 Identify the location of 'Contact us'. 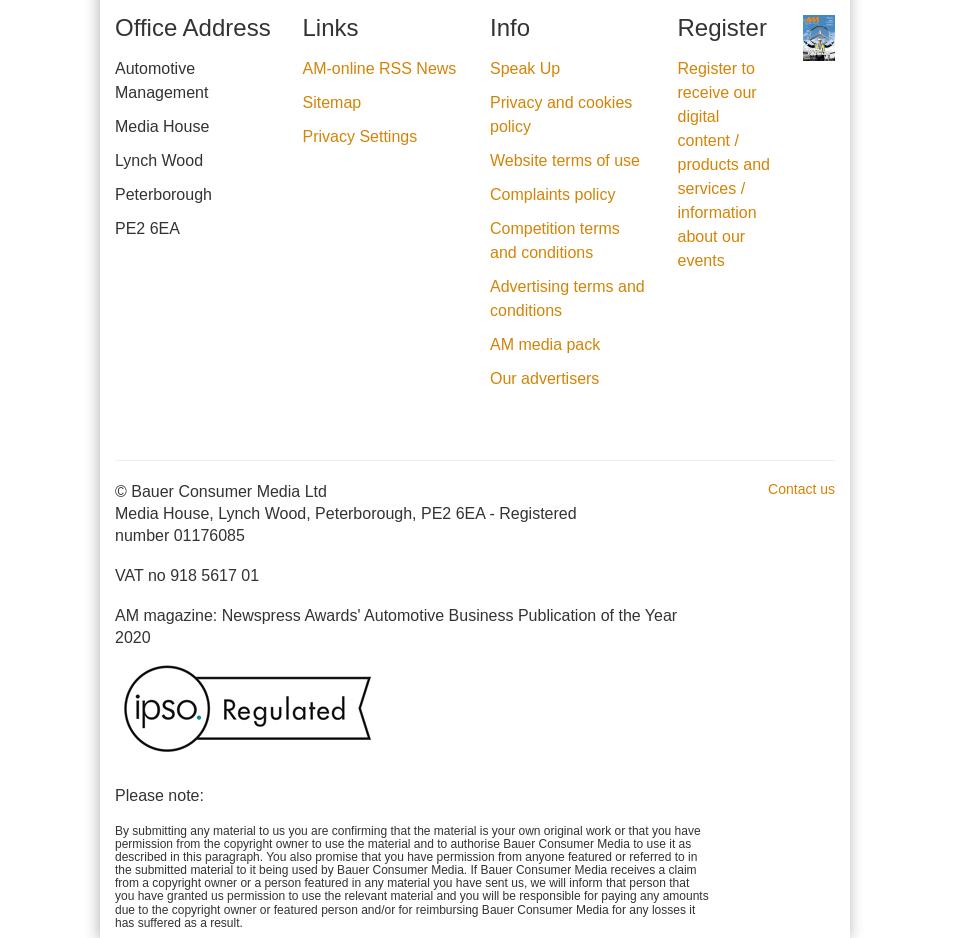
(801, 488).